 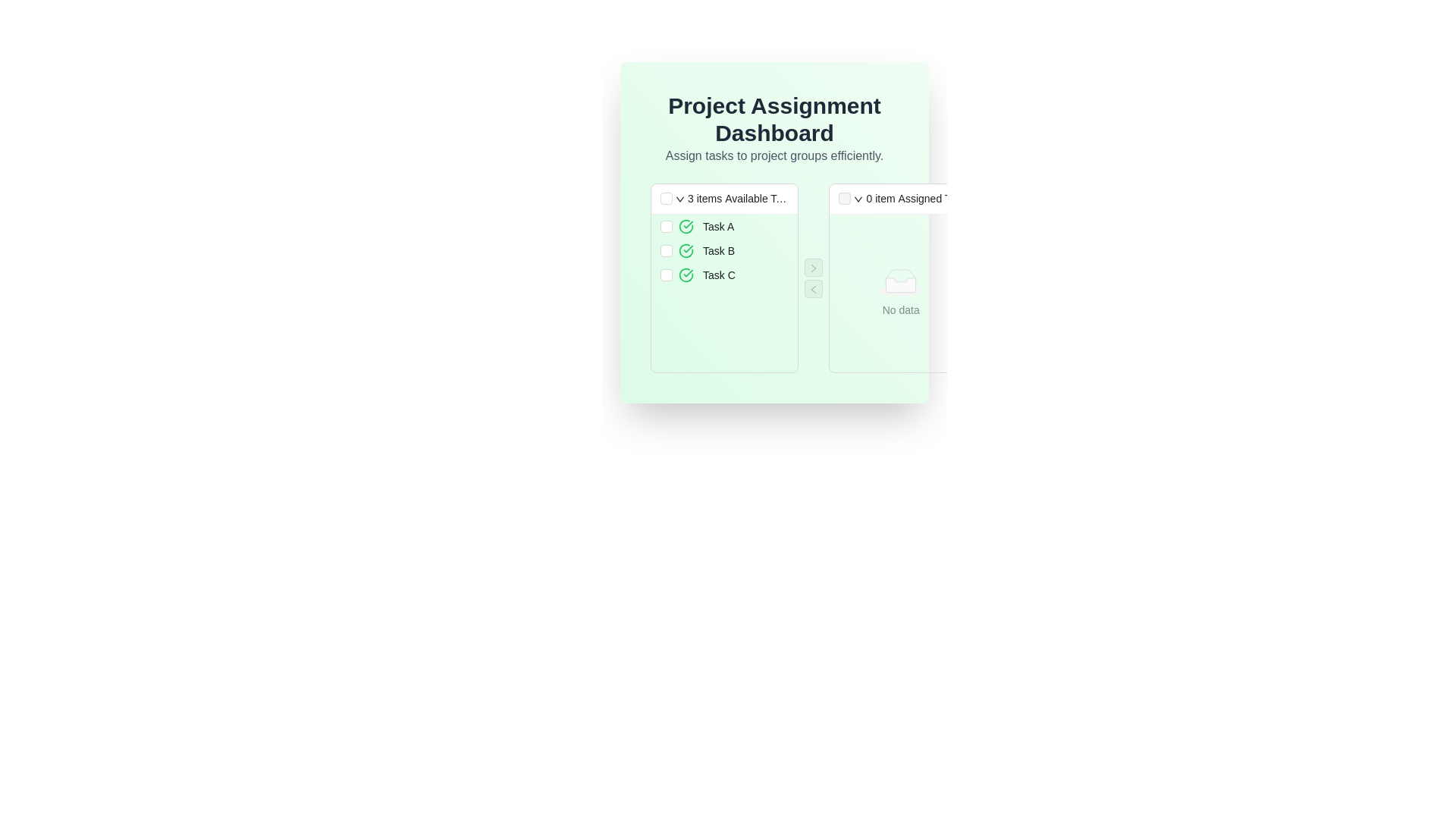 What do you see at coordinates (686, 227) in the screenshot?
I see `the circular graphical icon with a green stroke and checkmark inside, which indicates completion, located within the list entry for 'Task A'` at bounding box center [686, 227].